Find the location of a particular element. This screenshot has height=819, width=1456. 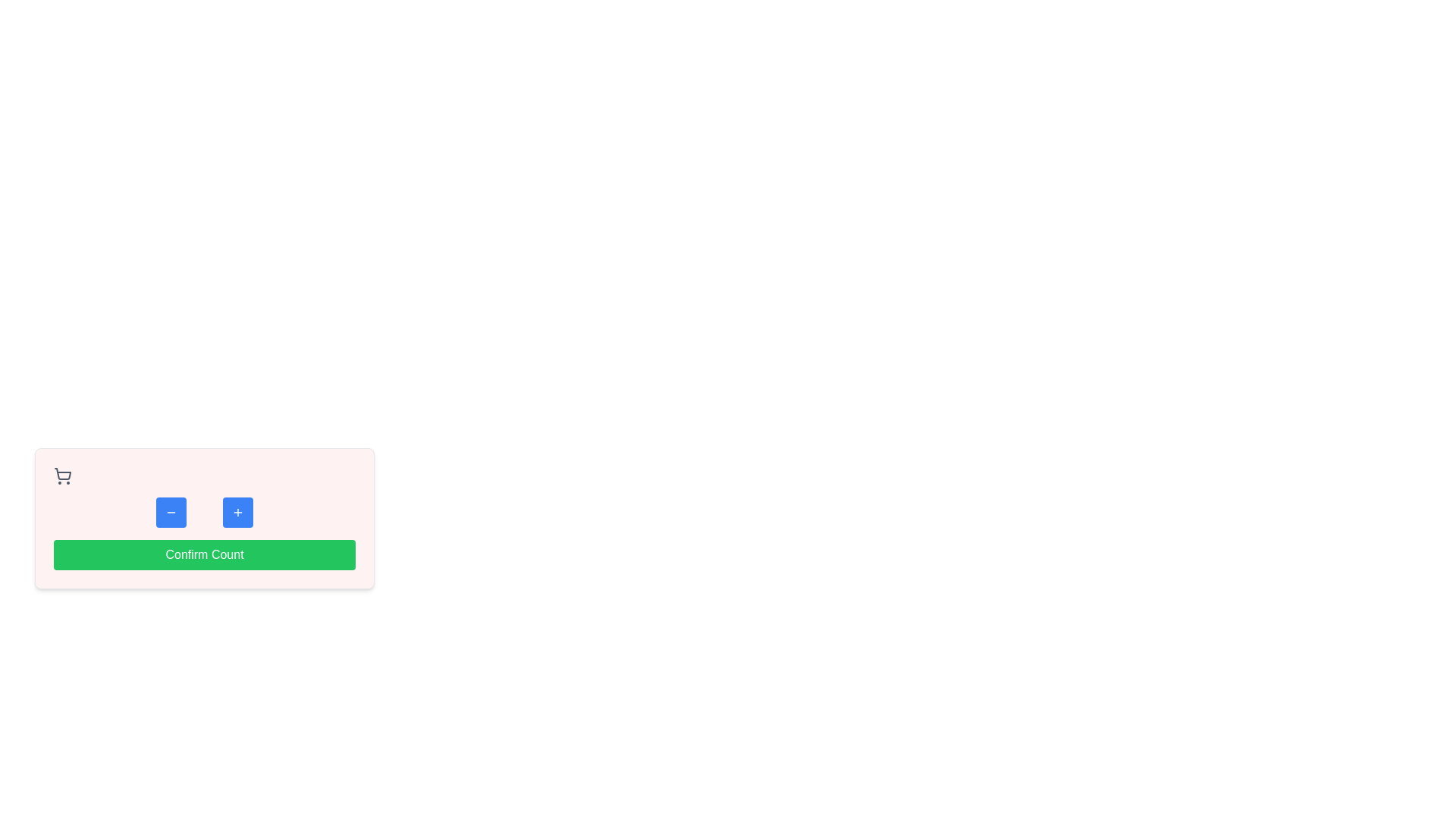

the blue square button with a white minus symbol is located at coordinates (171, 512).